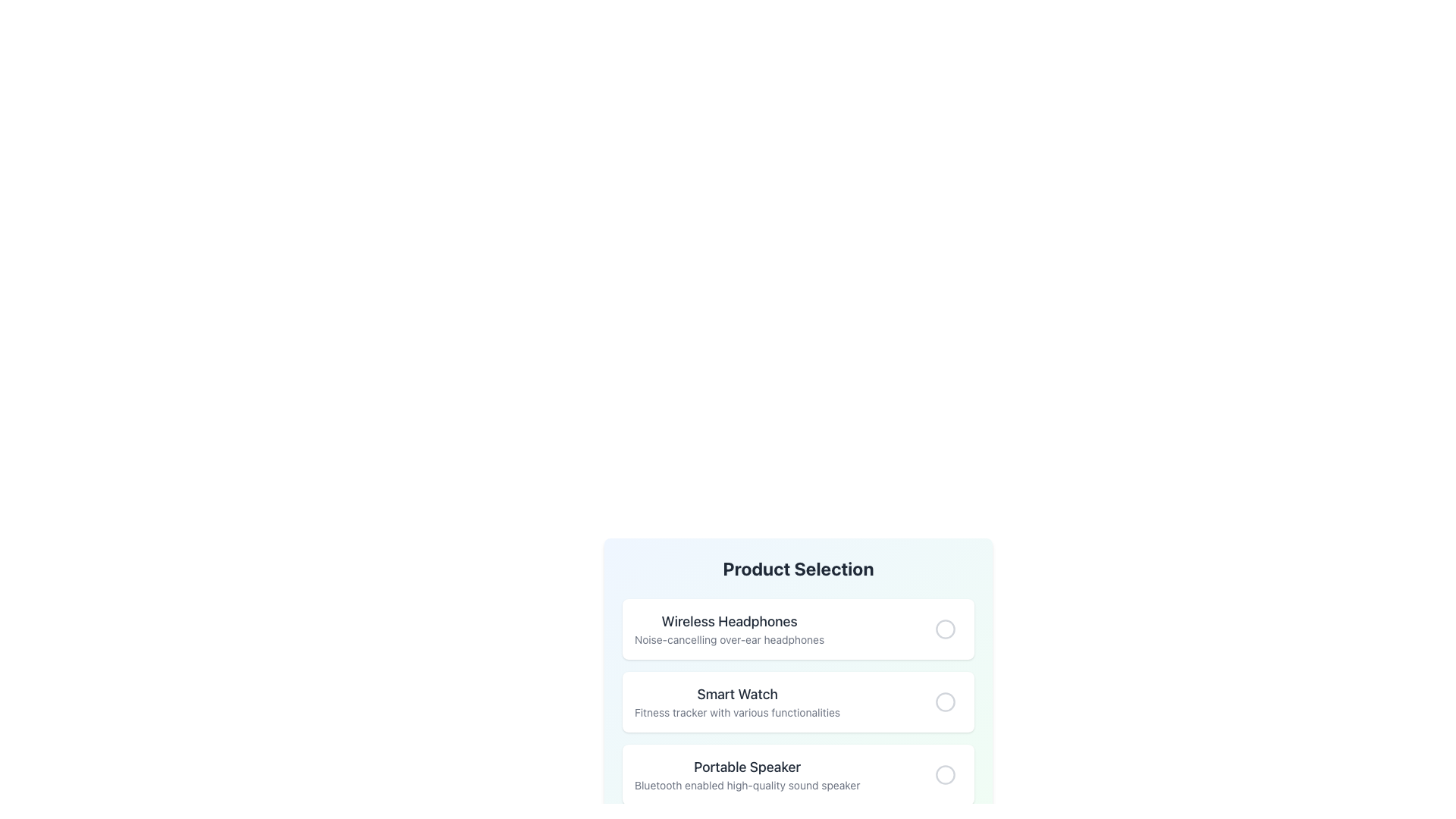  Describe the element at coordinates (730, 622) in the screenshot. I see `the text label displaying 'Wireless Headphones' in bold, large dark gray font, located at the top of a card section among a vertical list of options` at that location.